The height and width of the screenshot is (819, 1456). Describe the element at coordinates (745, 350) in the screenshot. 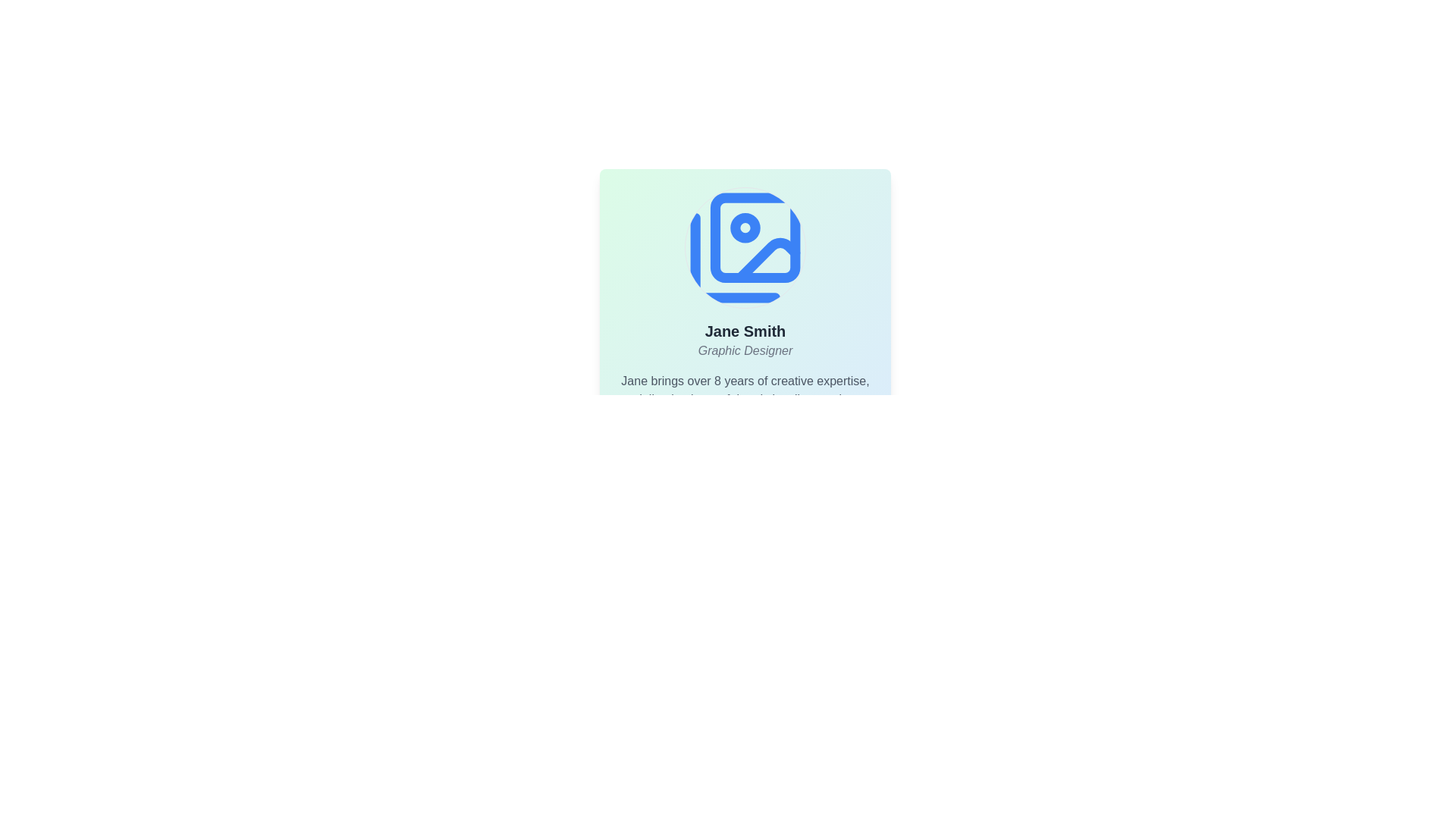

I see `text label displaying 'Graphic Designer', which is styled in gray, italicized font and positioned centrally below 'Jane Smith' in the card layout` at that location.